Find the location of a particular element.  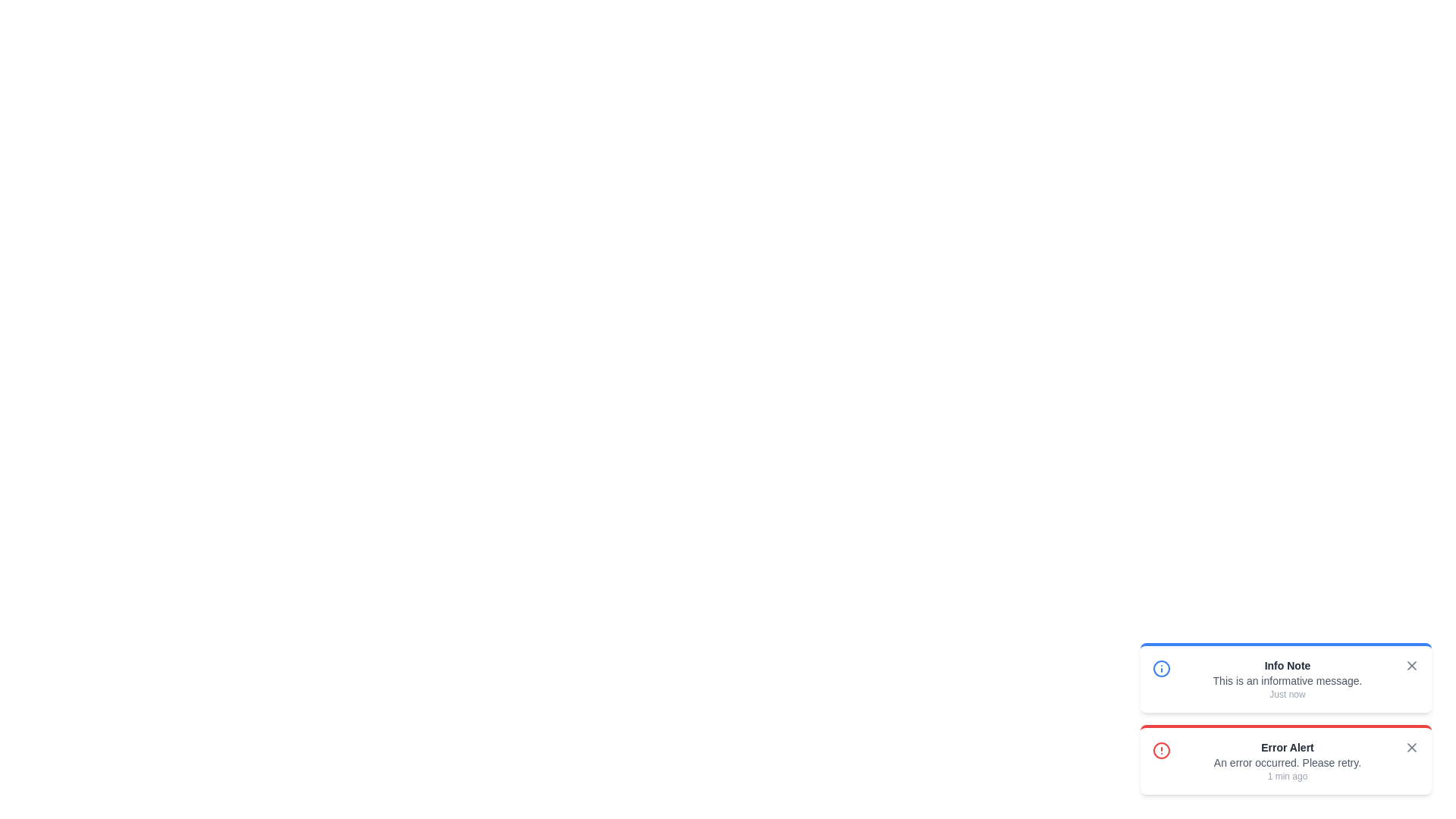

the dismiss button to remove the notification is located at coordinates (1411, 665).